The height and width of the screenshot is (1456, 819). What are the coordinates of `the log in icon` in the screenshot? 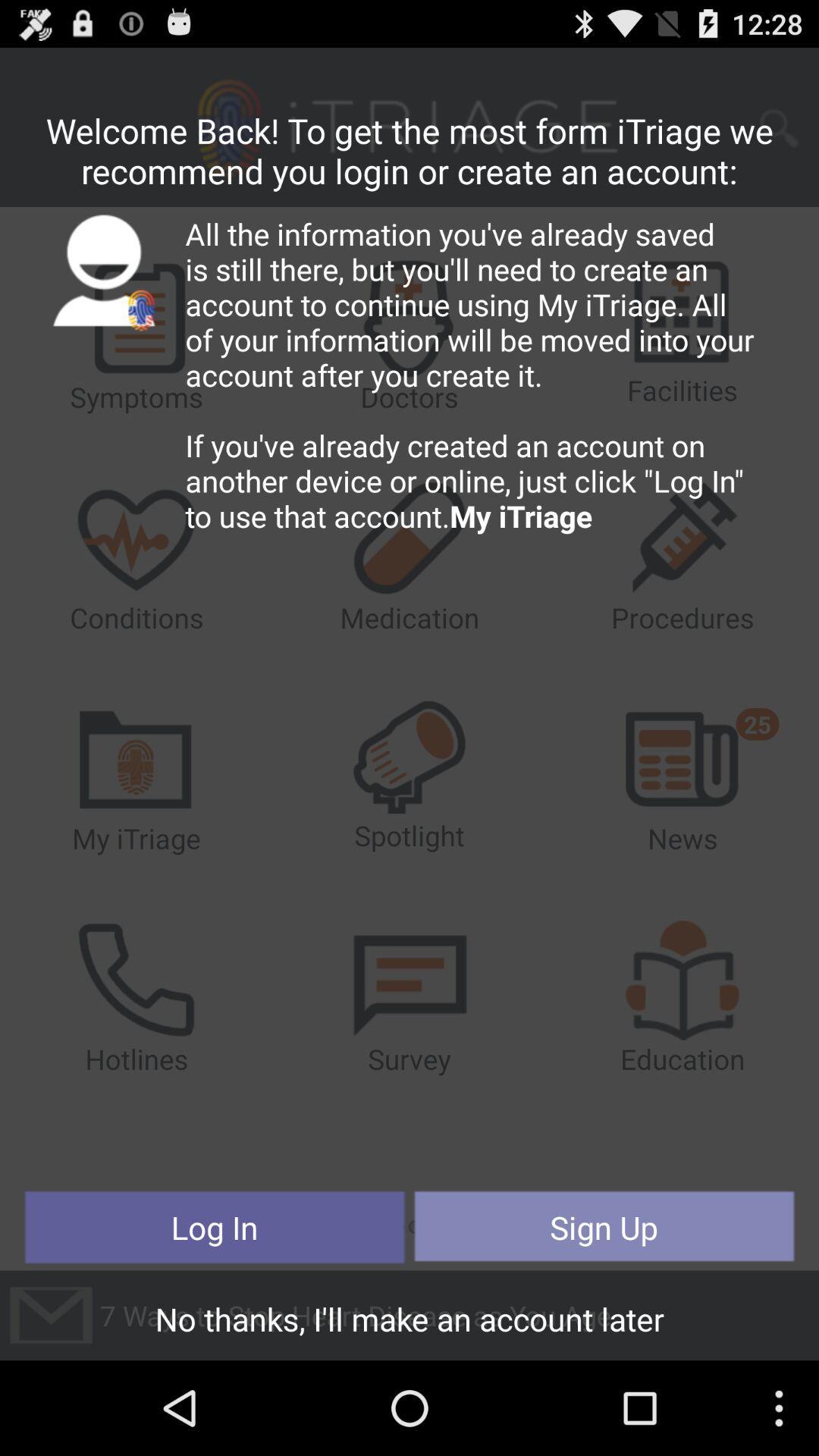 It's located at (215, 1227).